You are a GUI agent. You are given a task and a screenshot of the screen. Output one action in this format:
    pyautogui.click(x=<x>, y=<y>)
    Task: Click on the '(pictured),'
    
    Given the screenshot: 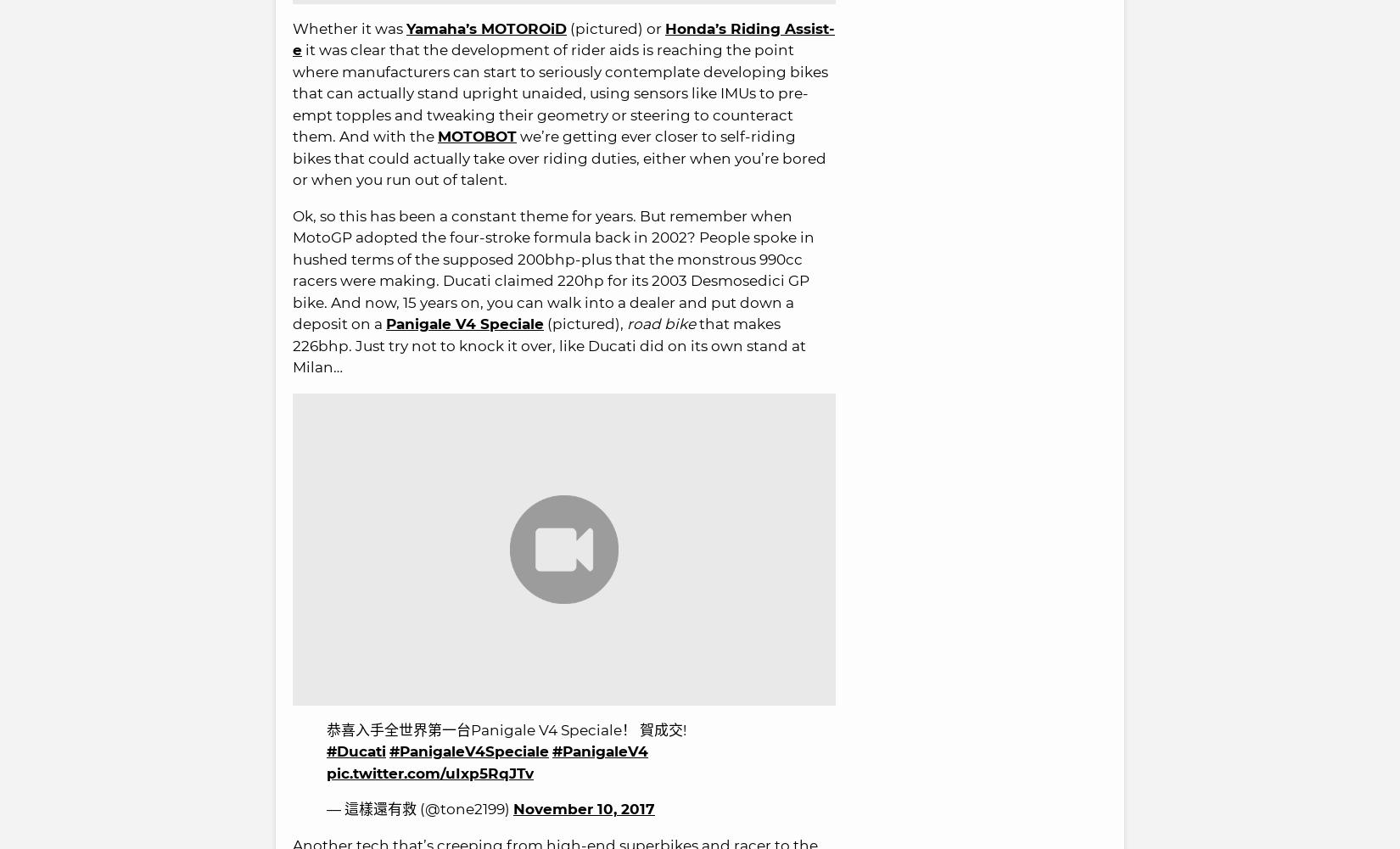 What is the action you would take?
    pyautogui.click(x=543, y=322)
    